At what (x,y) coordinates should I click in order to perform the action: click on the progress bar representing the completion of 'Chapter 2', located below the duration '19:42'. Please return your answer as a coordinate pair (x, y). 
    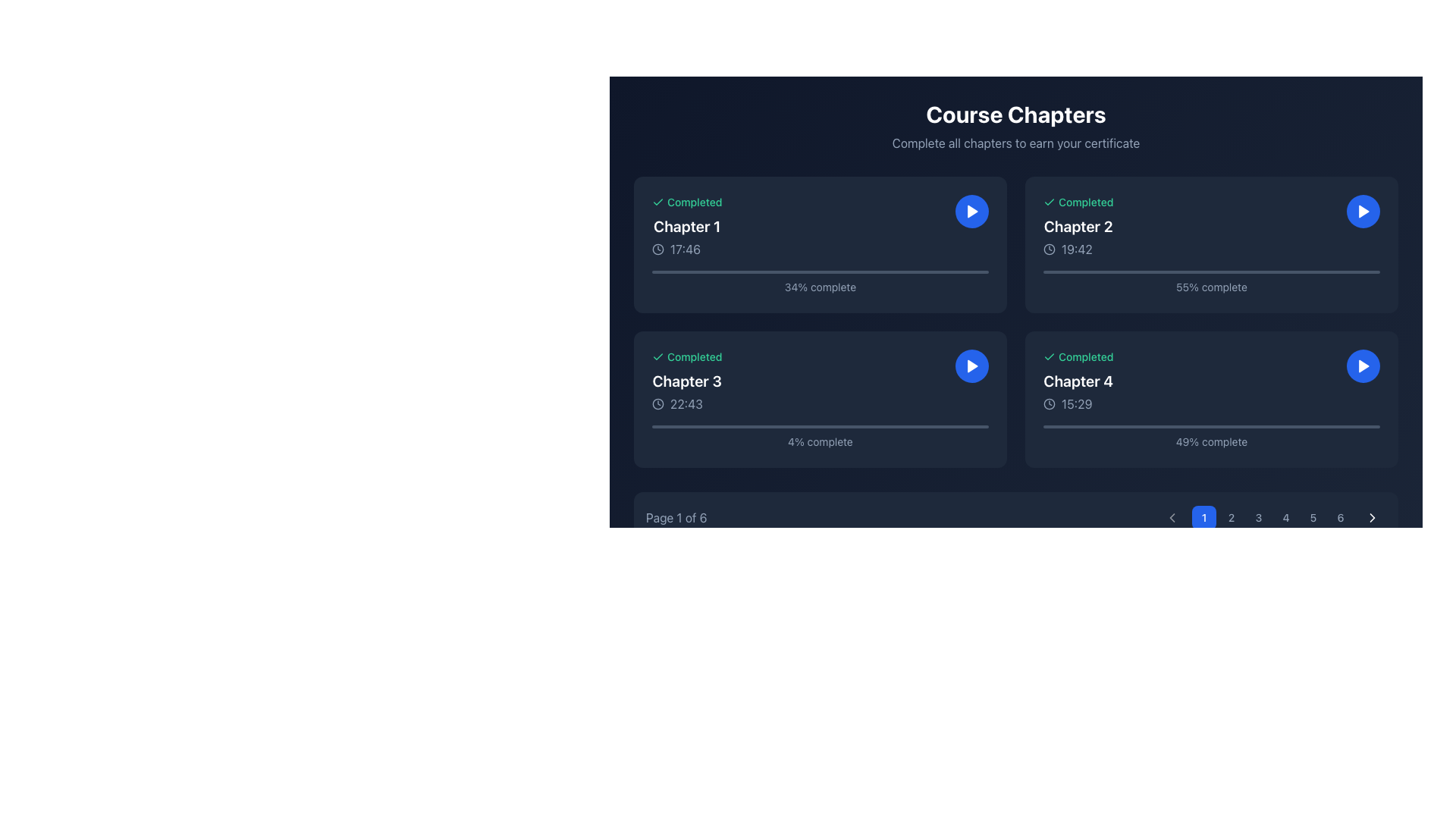
    Looking at the image, I should click on (1211, 271).